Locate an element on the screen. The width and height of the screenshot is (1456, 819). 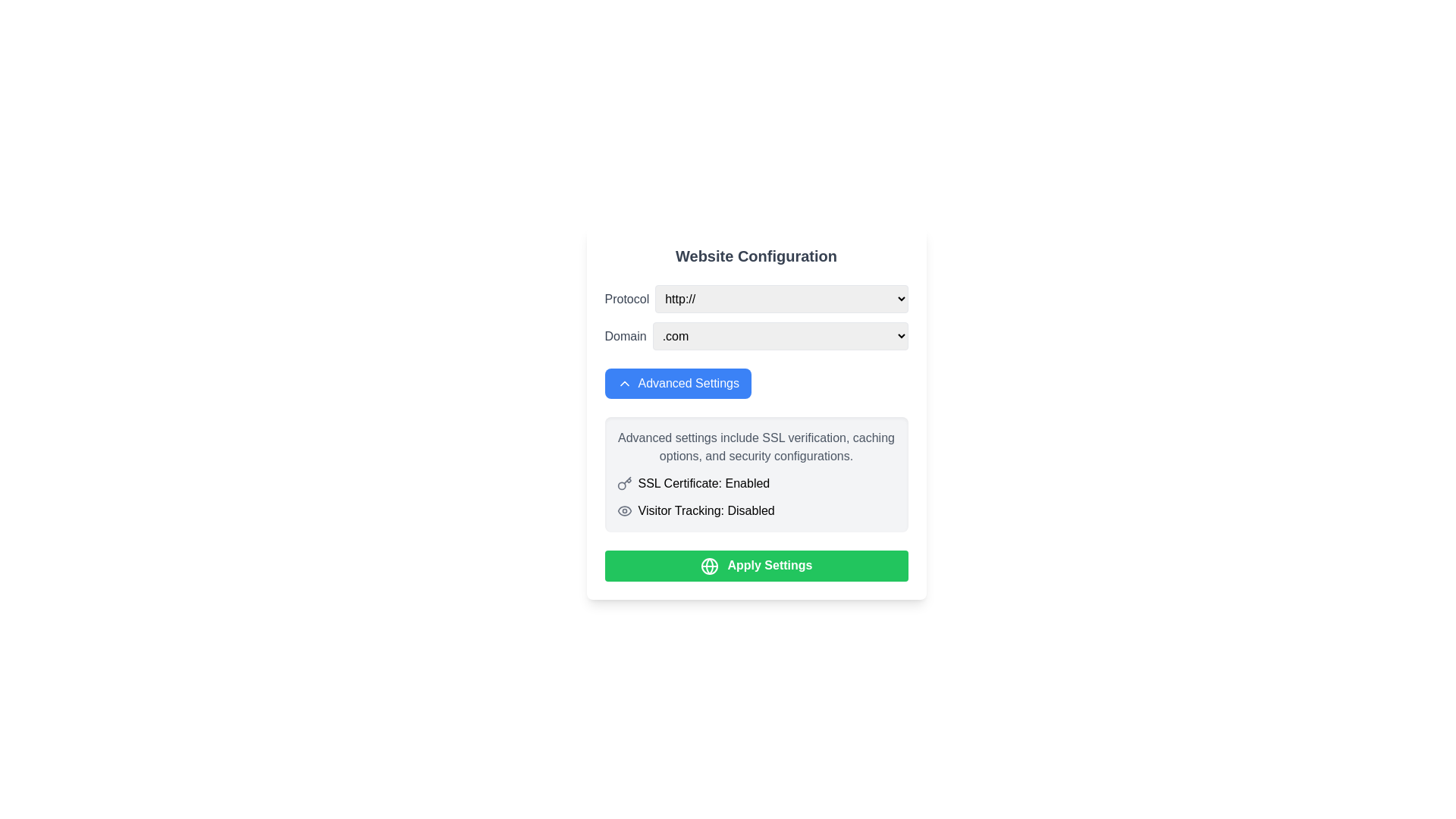
the dropdown input field for selecting the protocol of a URL, located above the 'Domain' field in the 'Website Configuration' section is located at coordinates (756, 299).